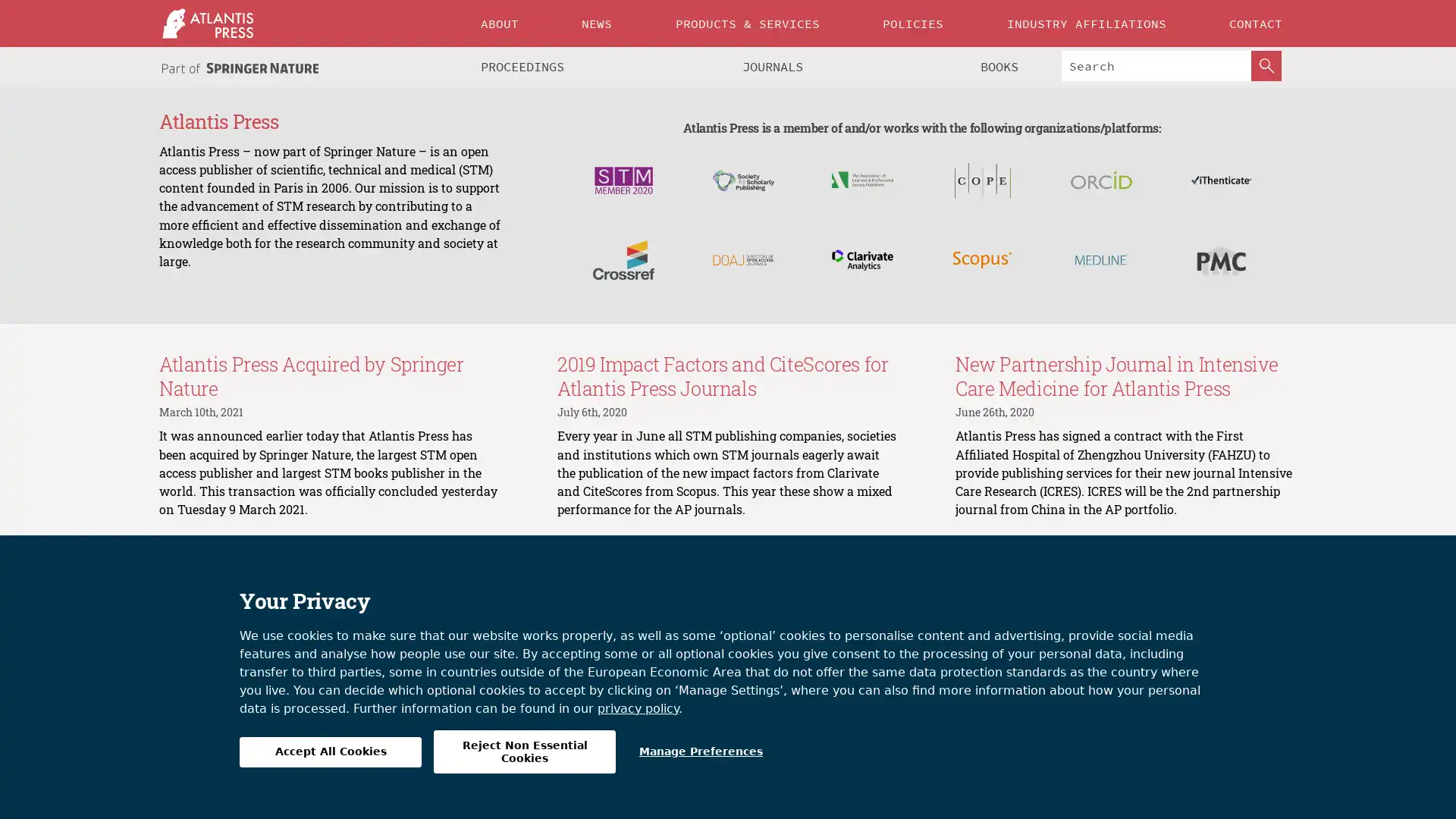  Describe the element at coordinates (1266, 65) in the screenshot. I see `SearchButton` at that location.